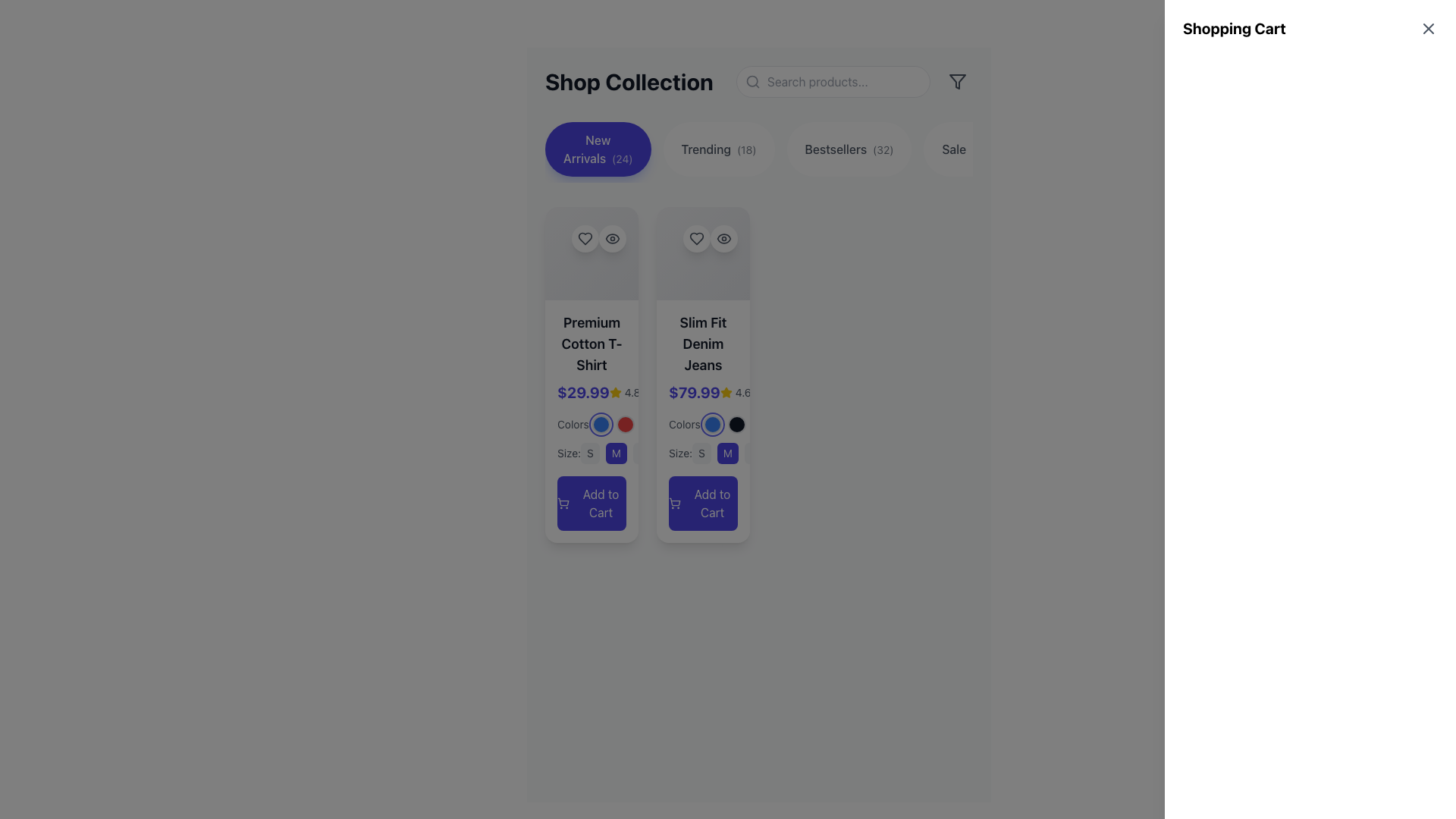 This screenshot has width=1456, height=819. Describe the element at coordinates (625, 424) in the screenshot. I see `the vibrant red circular icon that acts as a color selector, which is the second icon in a row of three, located beneath the 'Premium Cotton T-Shirt' product` at that location.